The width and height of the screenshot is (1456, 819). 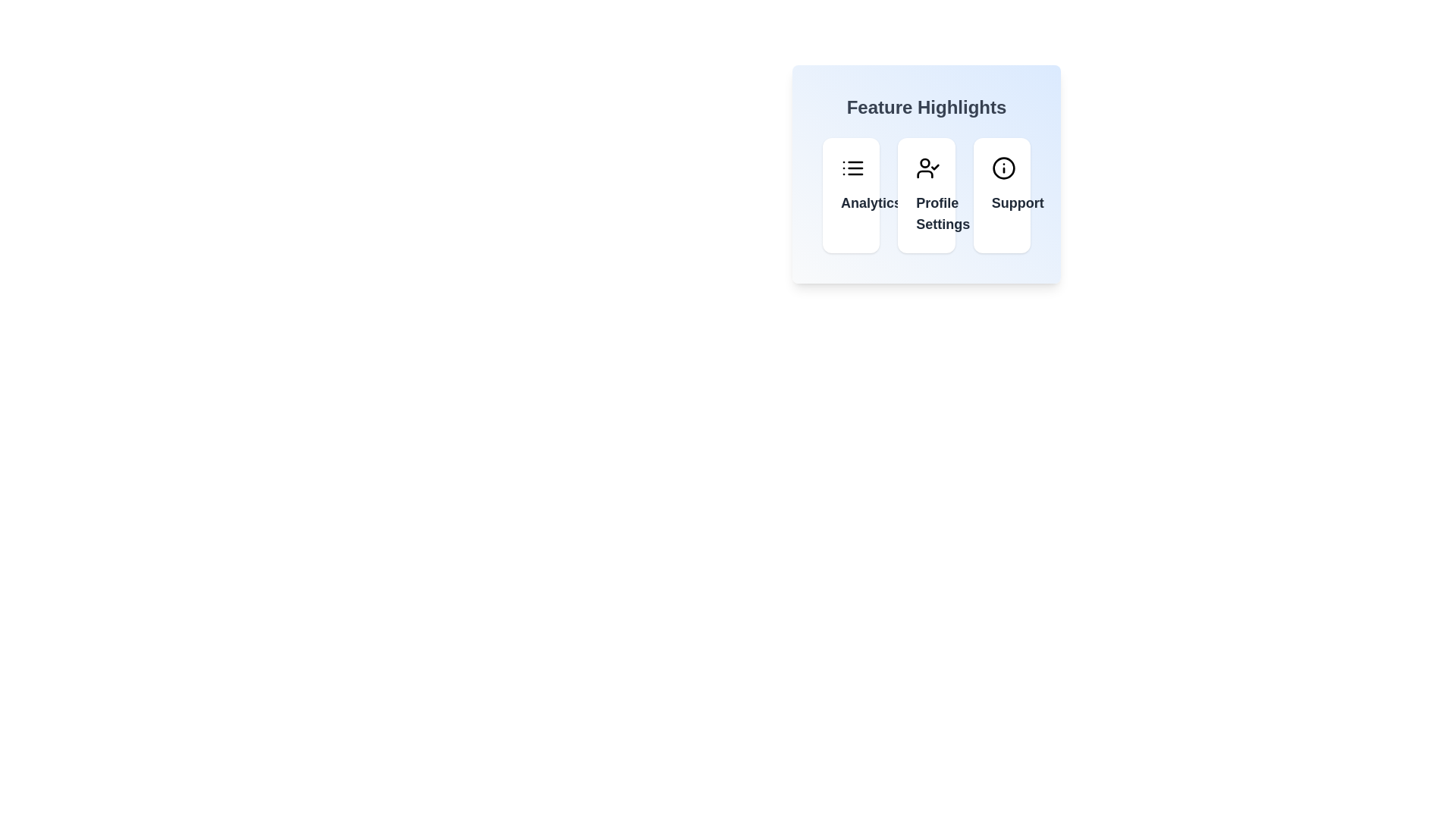 What do you see at coordinates (924, 163) in the screenshot?
I see `the circular part of the 'Profile Settings' icon, which is a small circle with a radius of 4 units within the SVG representation of a user profile check mark` at bounding box center [924, 163].